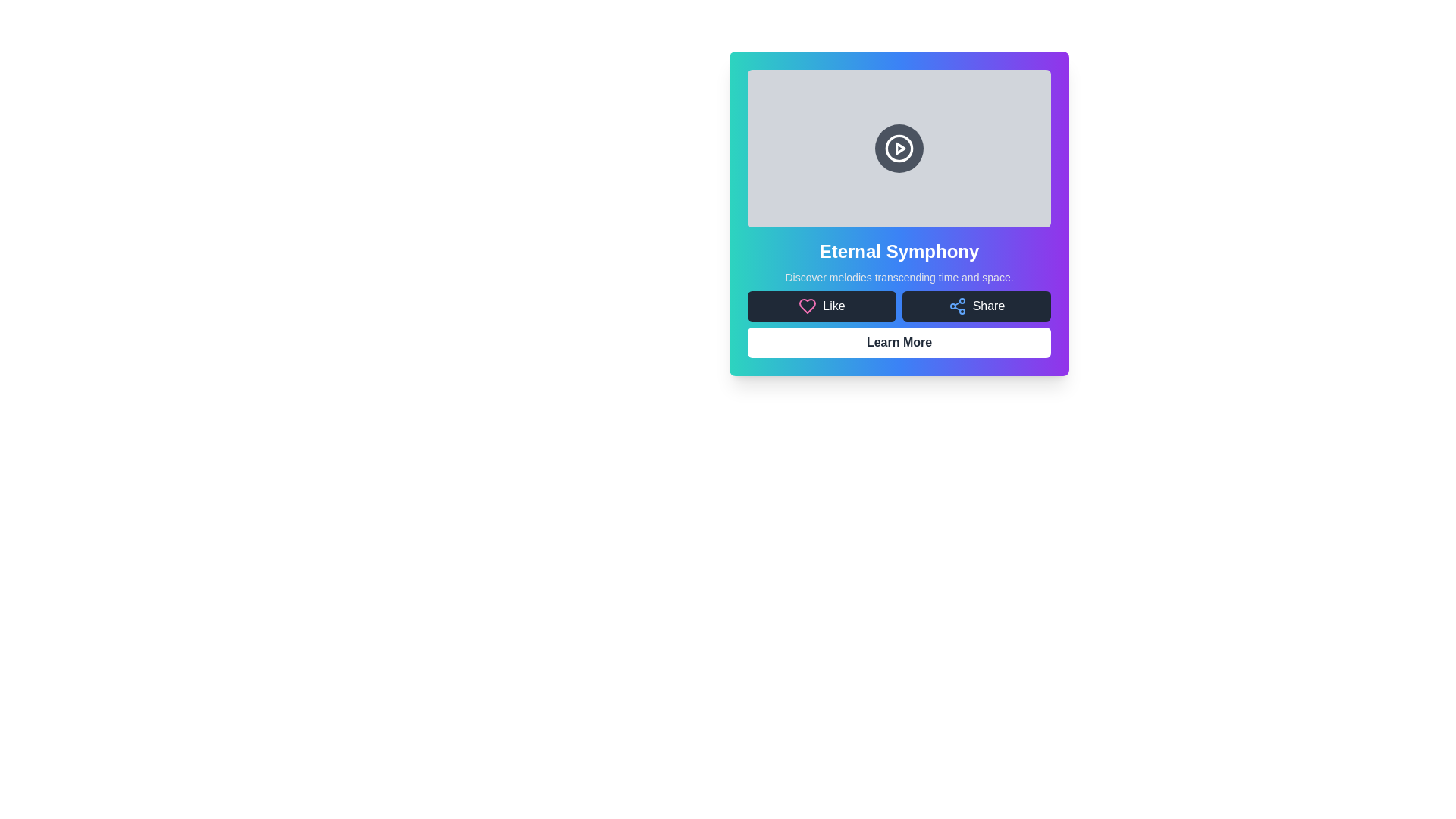 This screenshot has width=1456, height=819. I want to click on the circular play button with a white outline and triangular play symbol, so click(899, 149).